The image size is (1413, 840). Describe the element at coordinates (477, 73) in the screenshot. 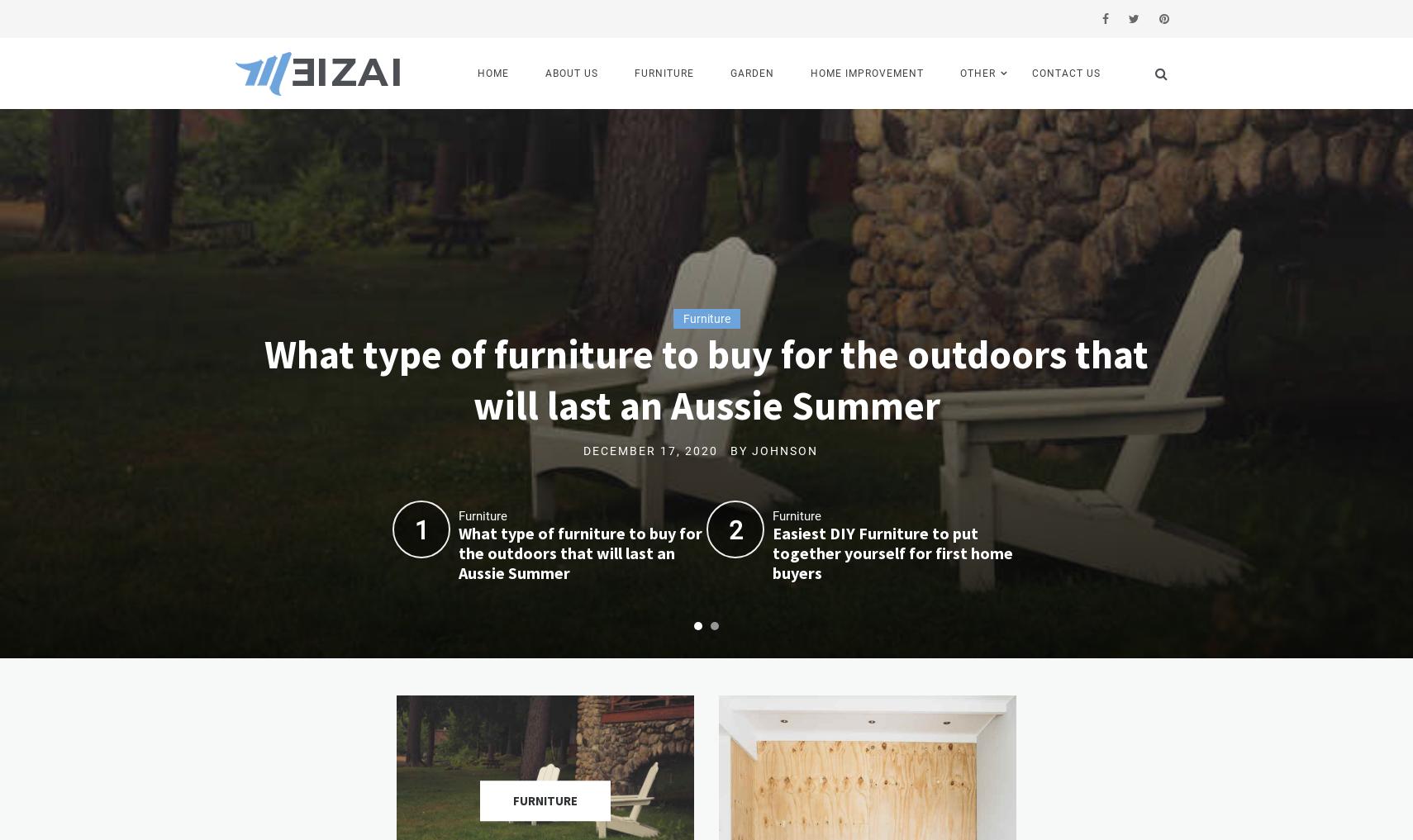

I see `'Home'` at that location.